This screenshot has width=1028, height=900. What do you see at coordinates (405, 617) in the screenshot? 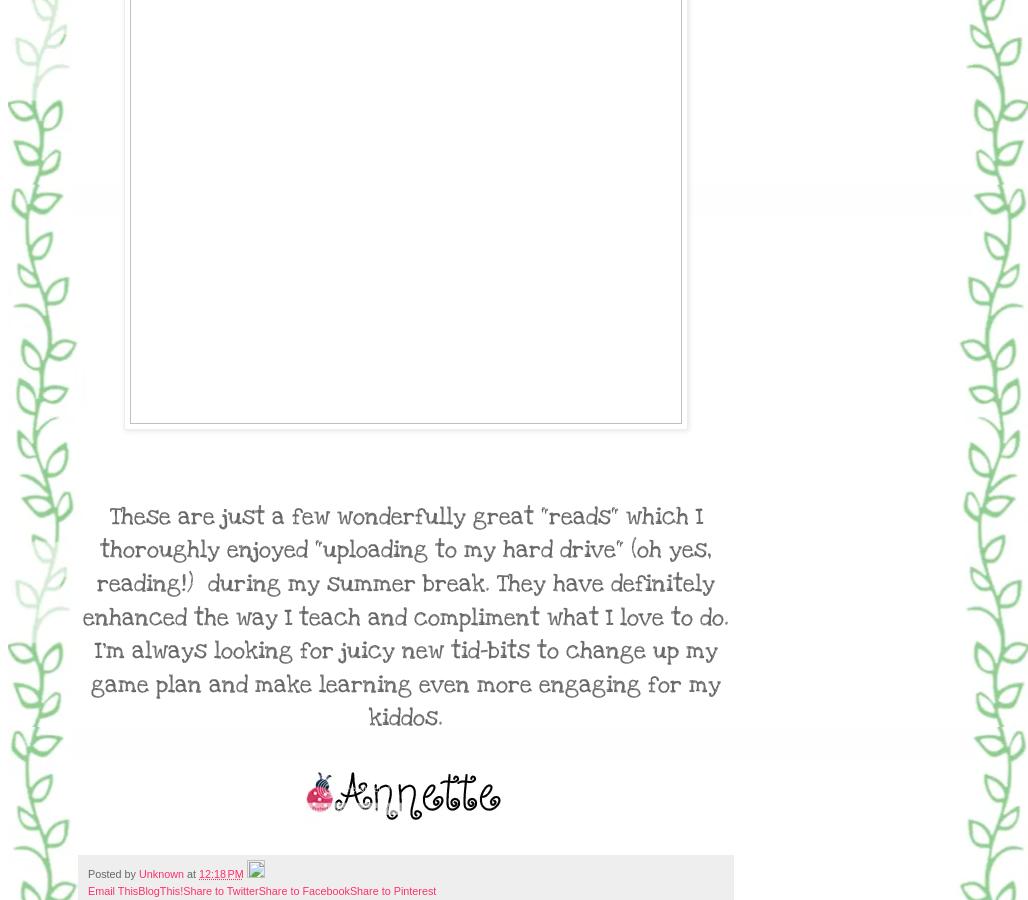
I see `'These are just a few wonderfully great "reads" which I thoroughly enjoyed "uploading to my hard drive" (oh yes, reading!)  during my summer break. They have definitely enhanced the way I teach and compliment what I love to do. I'm always looking for juicy new tid-bits to change up my game plan and make learning even more engaging for my kiddos.'` at bounding box center [405, 617].